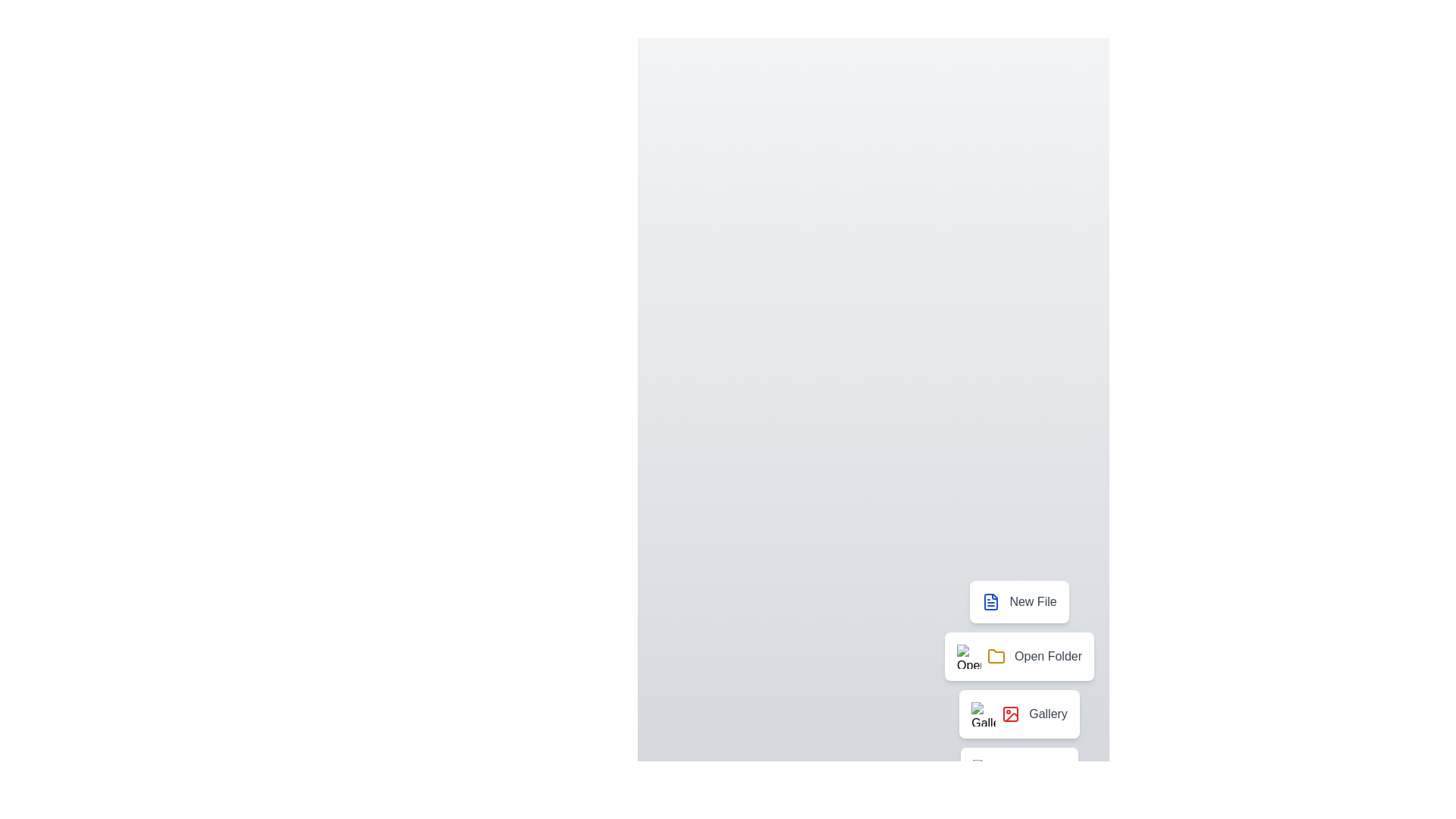 The height and width of the screenshot is (819, 1456). I want to click on the action item New File from the speed dial menu, so click(1019, 601).